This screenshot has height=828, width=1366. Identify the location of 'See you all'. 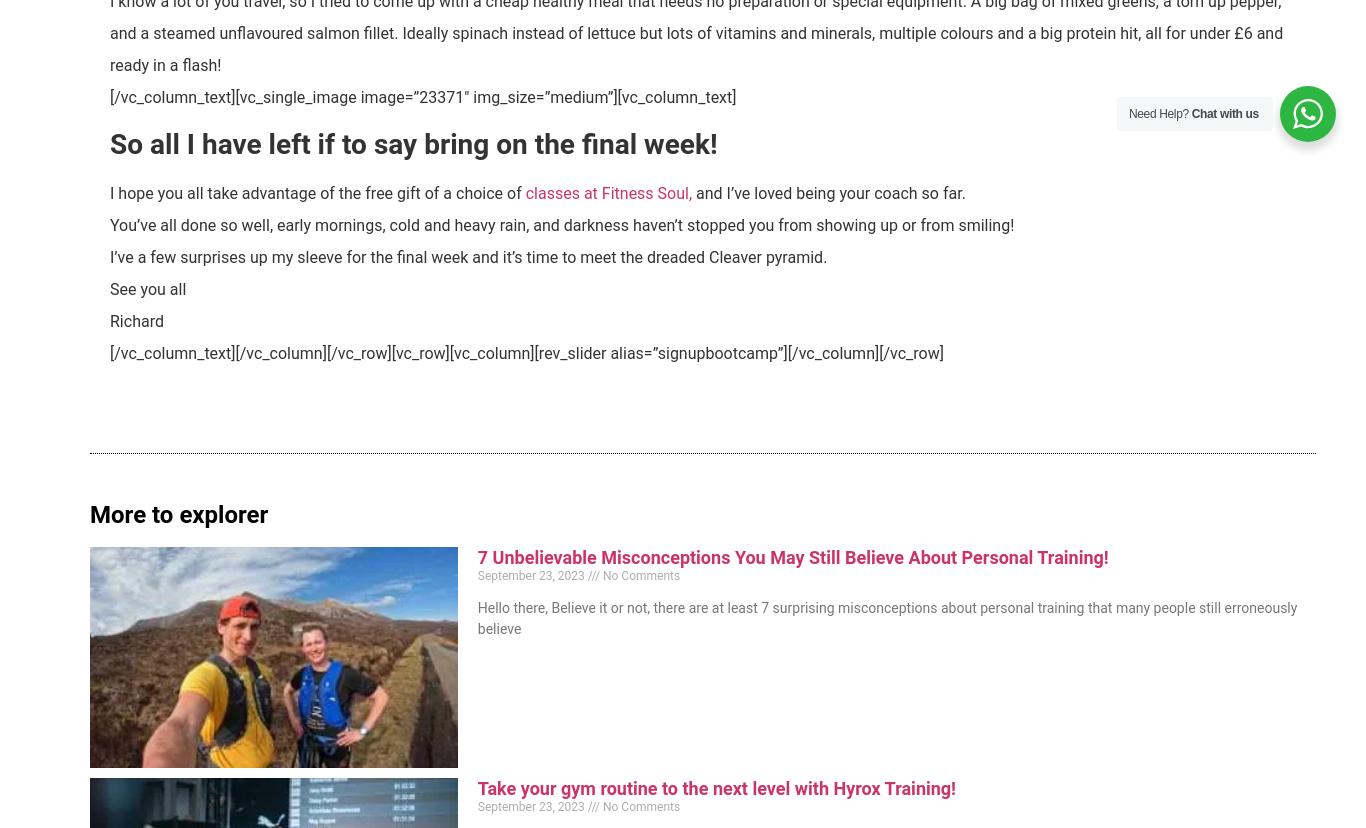
(146, 288).